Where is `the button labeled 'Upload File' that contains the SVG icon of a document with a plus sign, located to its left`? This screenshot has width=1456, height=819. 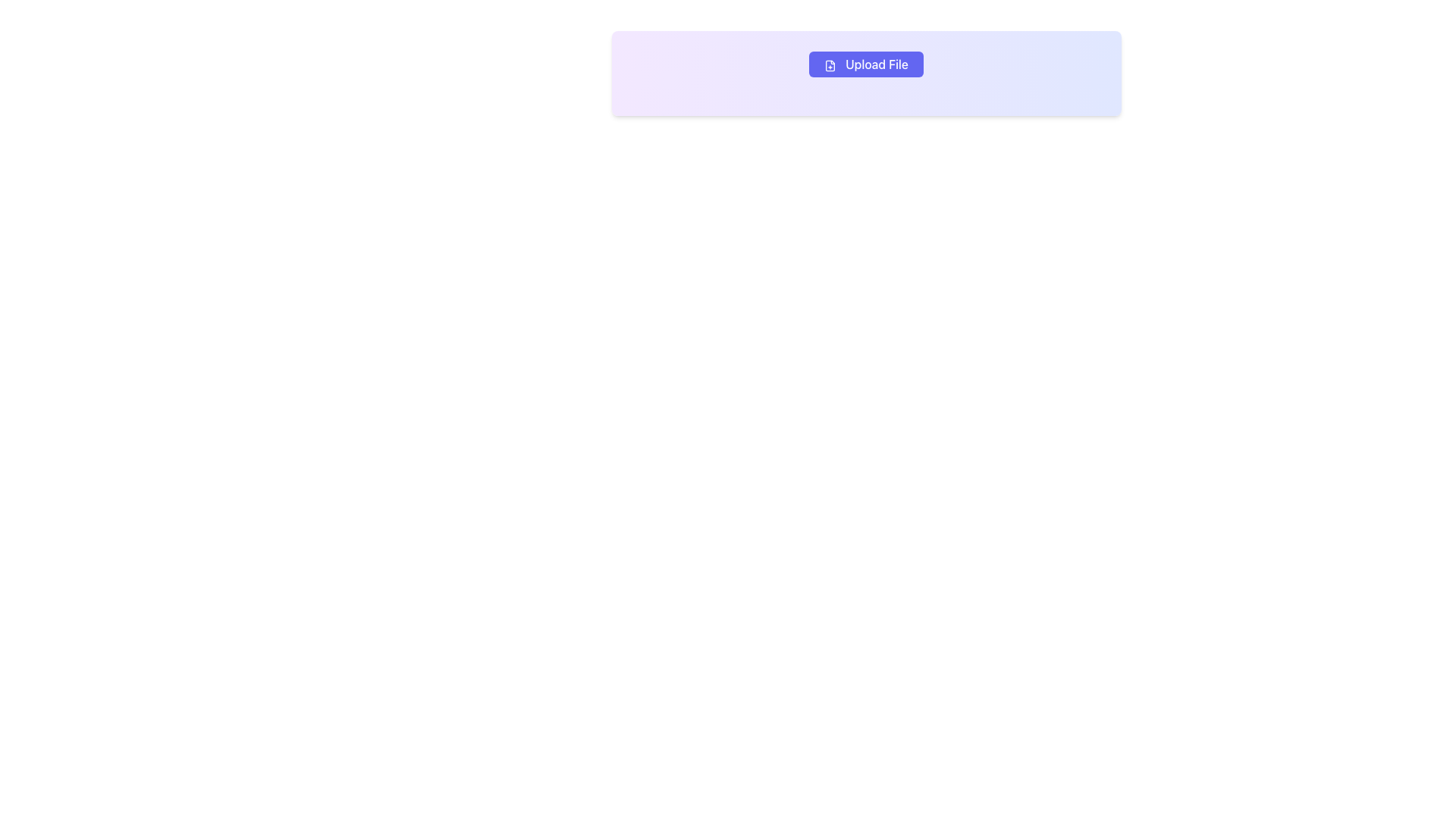 the button labeled 'Upload File' that contains the SVG icon of a document with a plus sign, located to its left is located at coordinates (830, 64).